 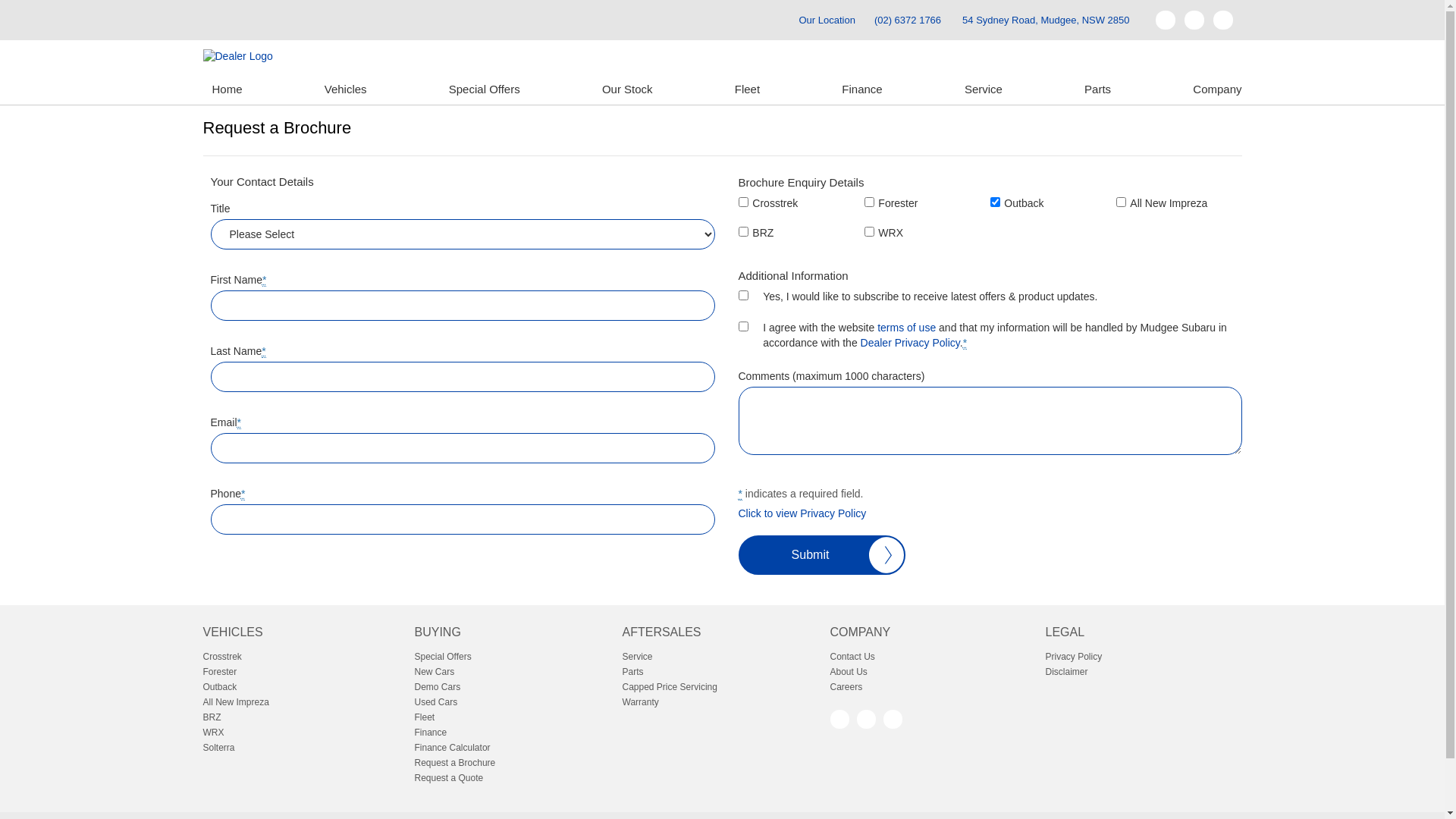 I want to click on 'GooglePlus', so click(x=856, y=718).